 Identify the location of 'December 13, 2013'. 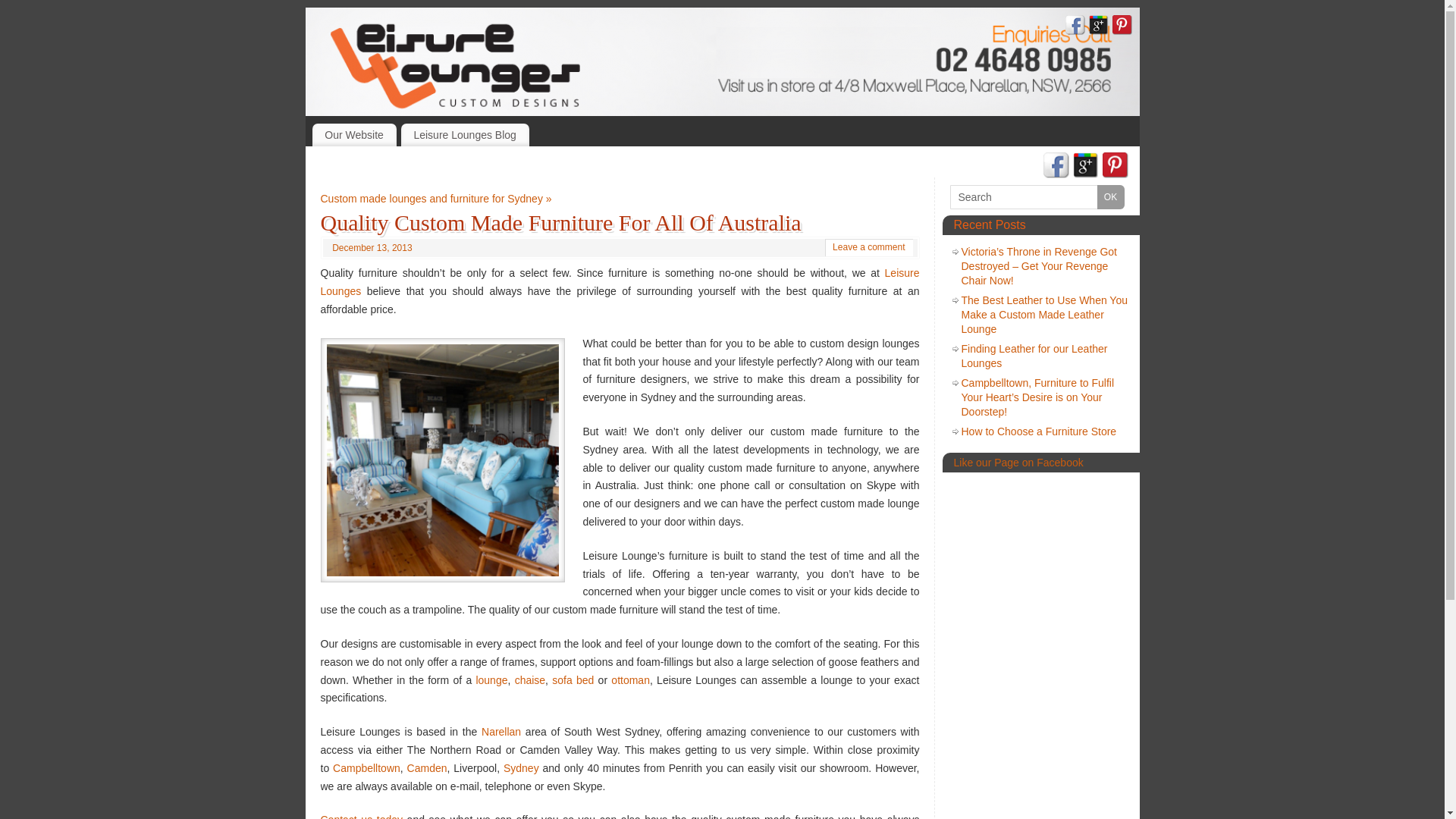
(372, 247).